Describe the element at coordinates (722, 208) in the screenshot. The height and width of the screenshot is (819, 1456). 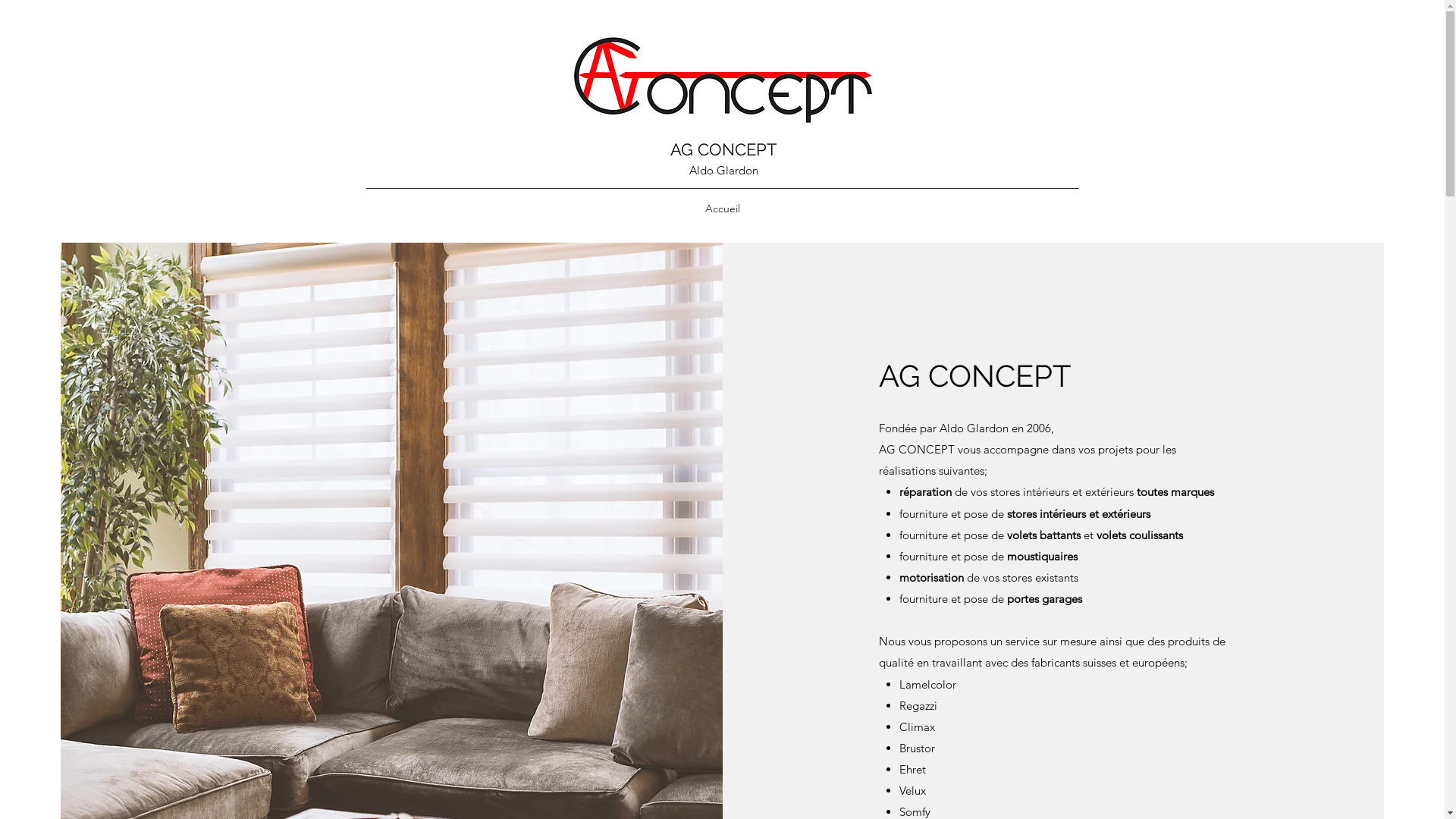
I see `'Accueil'` at that location.